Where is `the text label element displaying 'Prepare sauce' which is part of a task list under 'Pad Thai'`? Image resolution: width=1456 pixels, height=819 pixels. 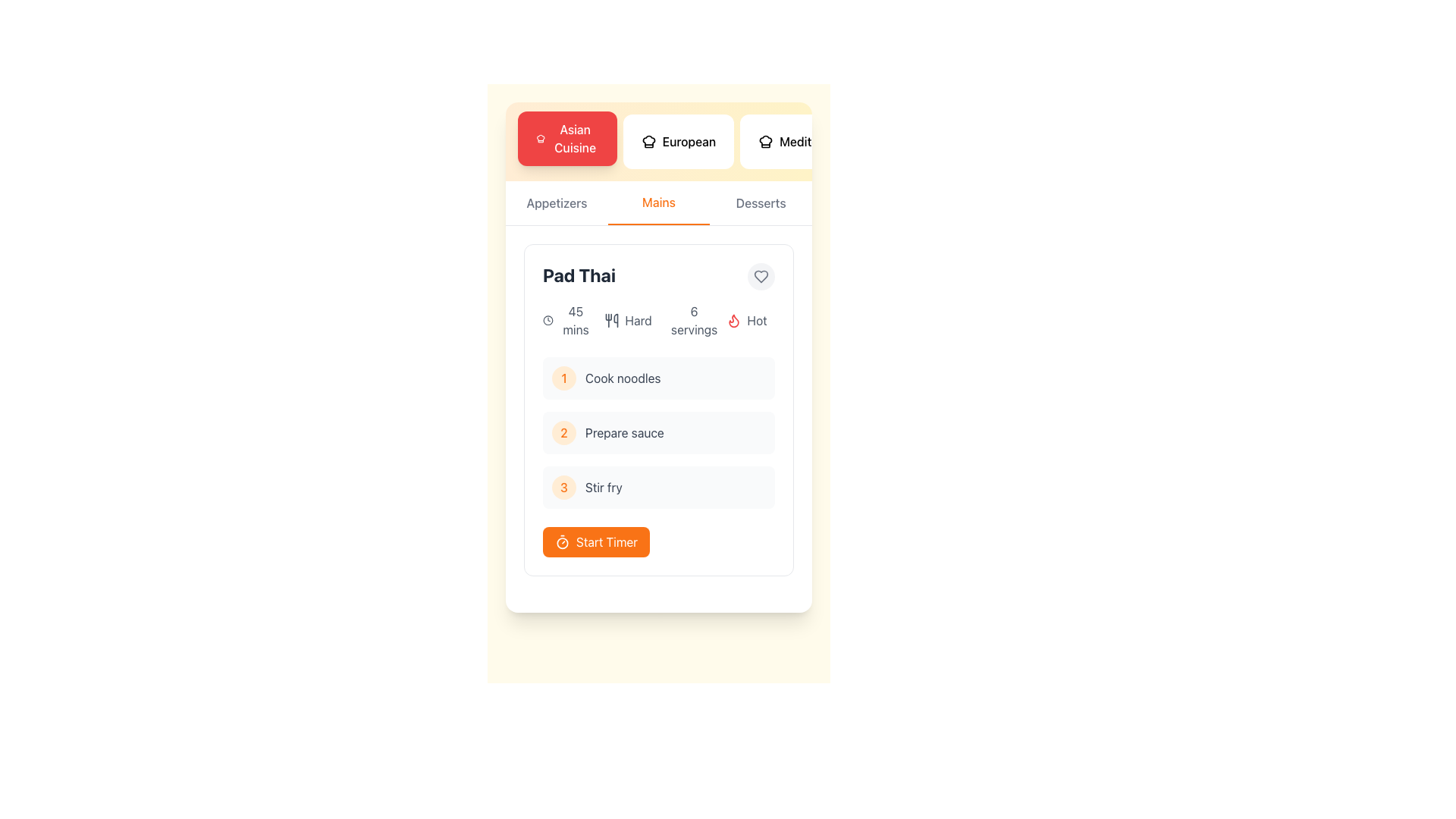
the text label element displaying 'Prepare sauce' which is part of a task list under 'Pad Thai' is located at coordinates (624, 432).